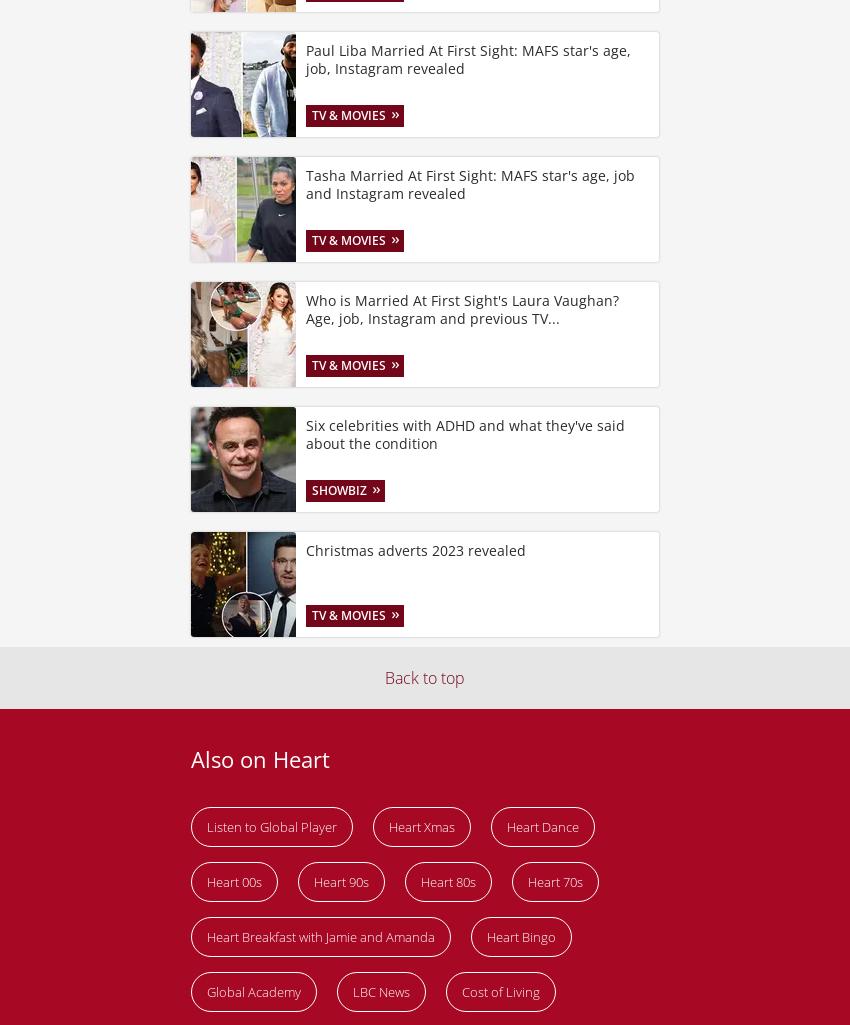 The width and height of the screenshot is (850, 1025). Describe the element at coordinates (205, 825) in the screenshot. I see `'Listen to Global Player'` at that location.